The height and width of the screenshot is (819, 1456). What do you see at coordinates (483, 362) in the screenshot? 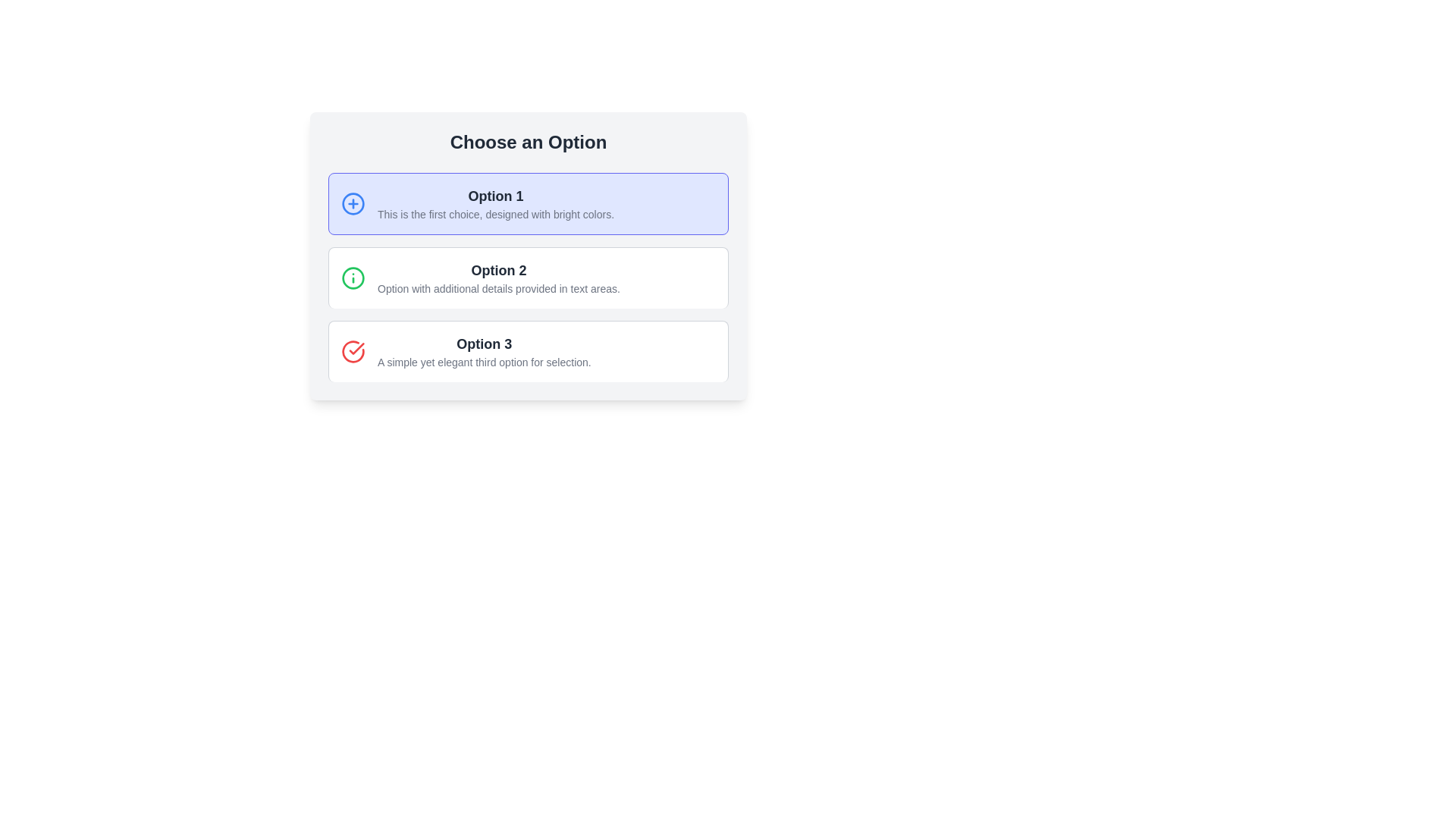
I see `the supporting text label located below the title 'Option 3' in the third section of the choice group layout` at bounding box center [483, 362].